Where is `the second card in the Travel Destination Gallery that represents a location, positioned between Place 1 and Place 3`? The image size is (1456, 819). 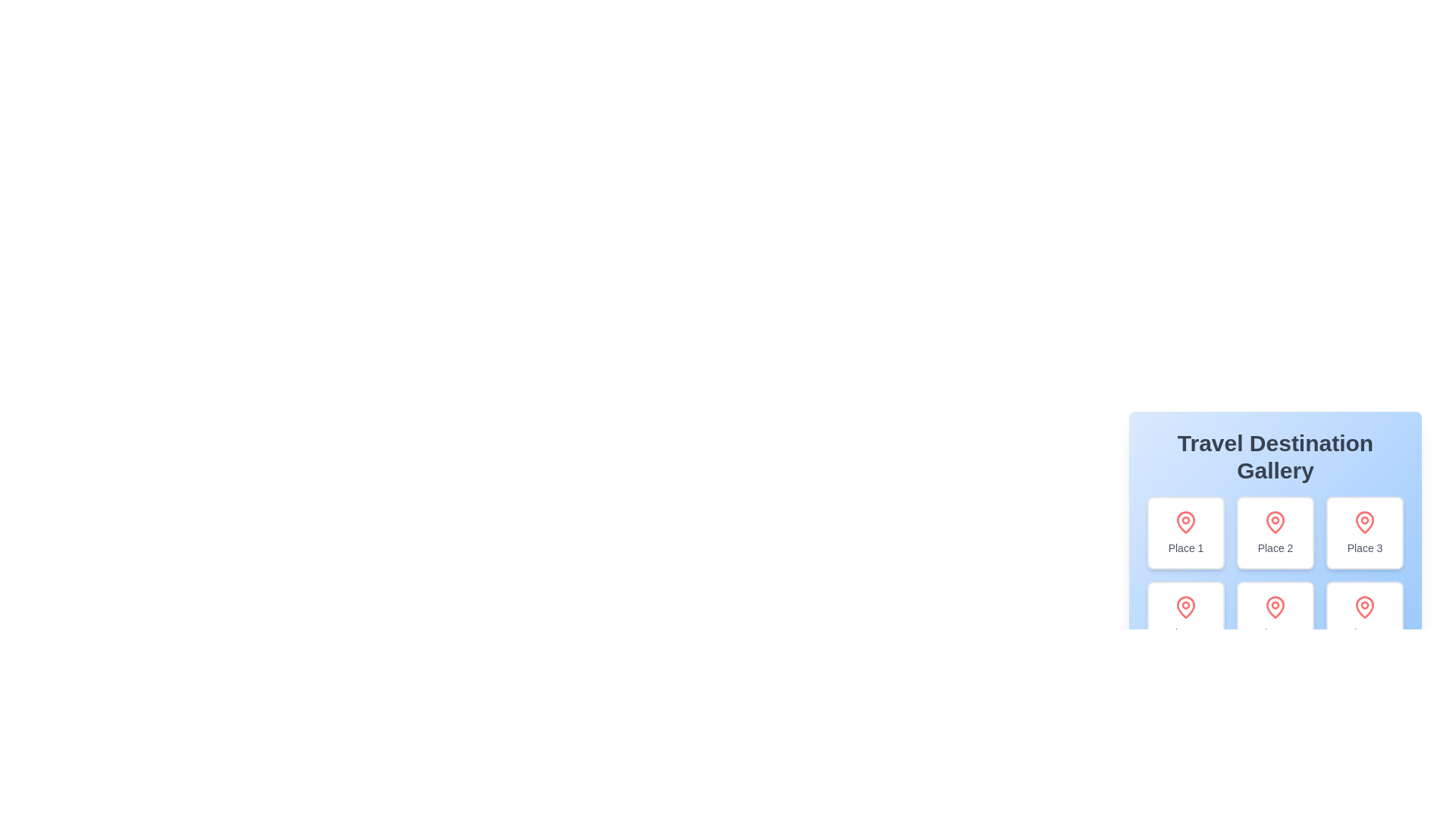
the second card in the Travel Destination Gallery that represents a location, positioned between Place 1 and Place 3 is located at coordinates (1274, 532).